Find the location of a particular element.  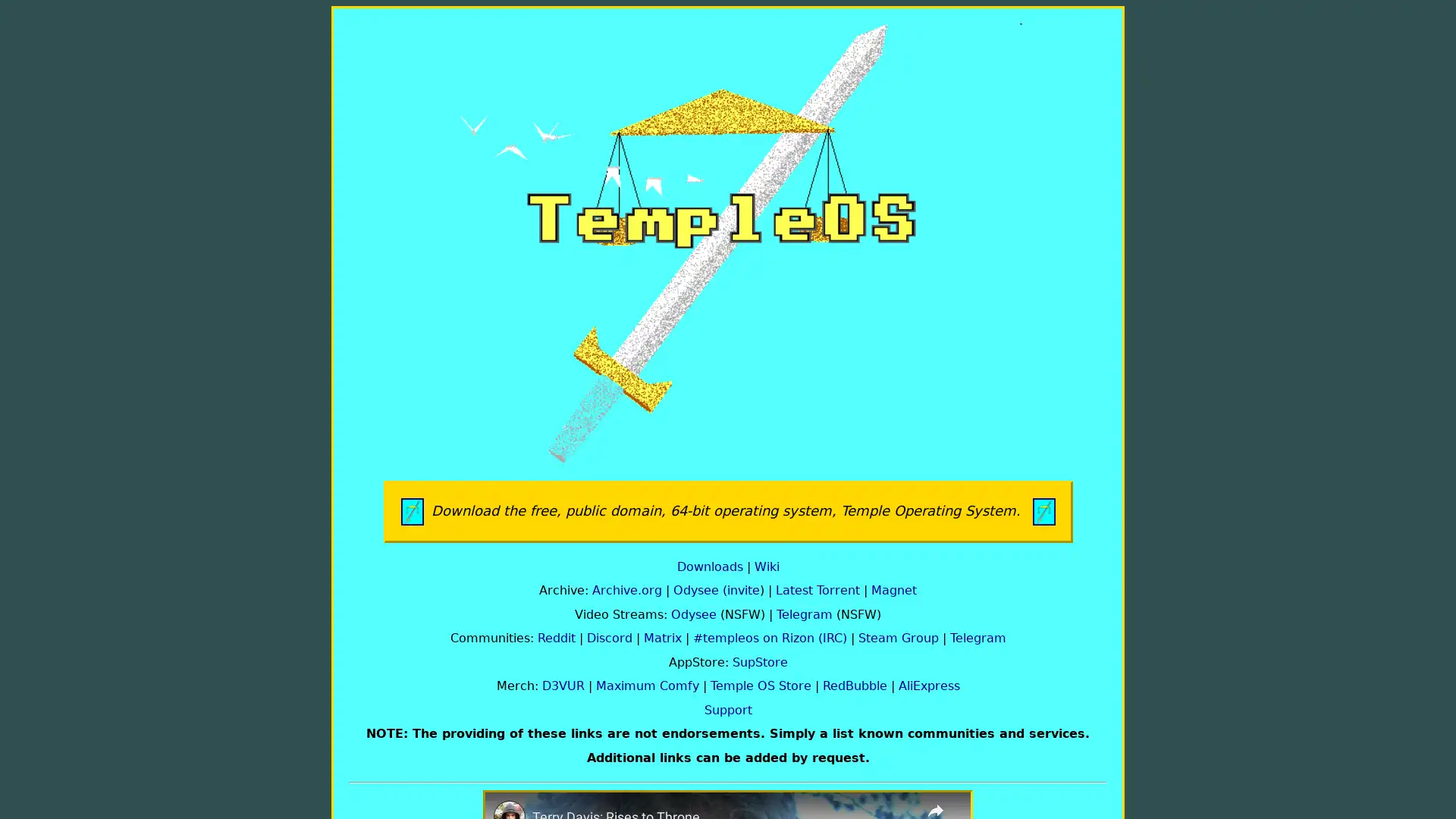

Download the free, public domain, 64-bit operating system, Temple Operating System. is located at coordinates (726, 511).